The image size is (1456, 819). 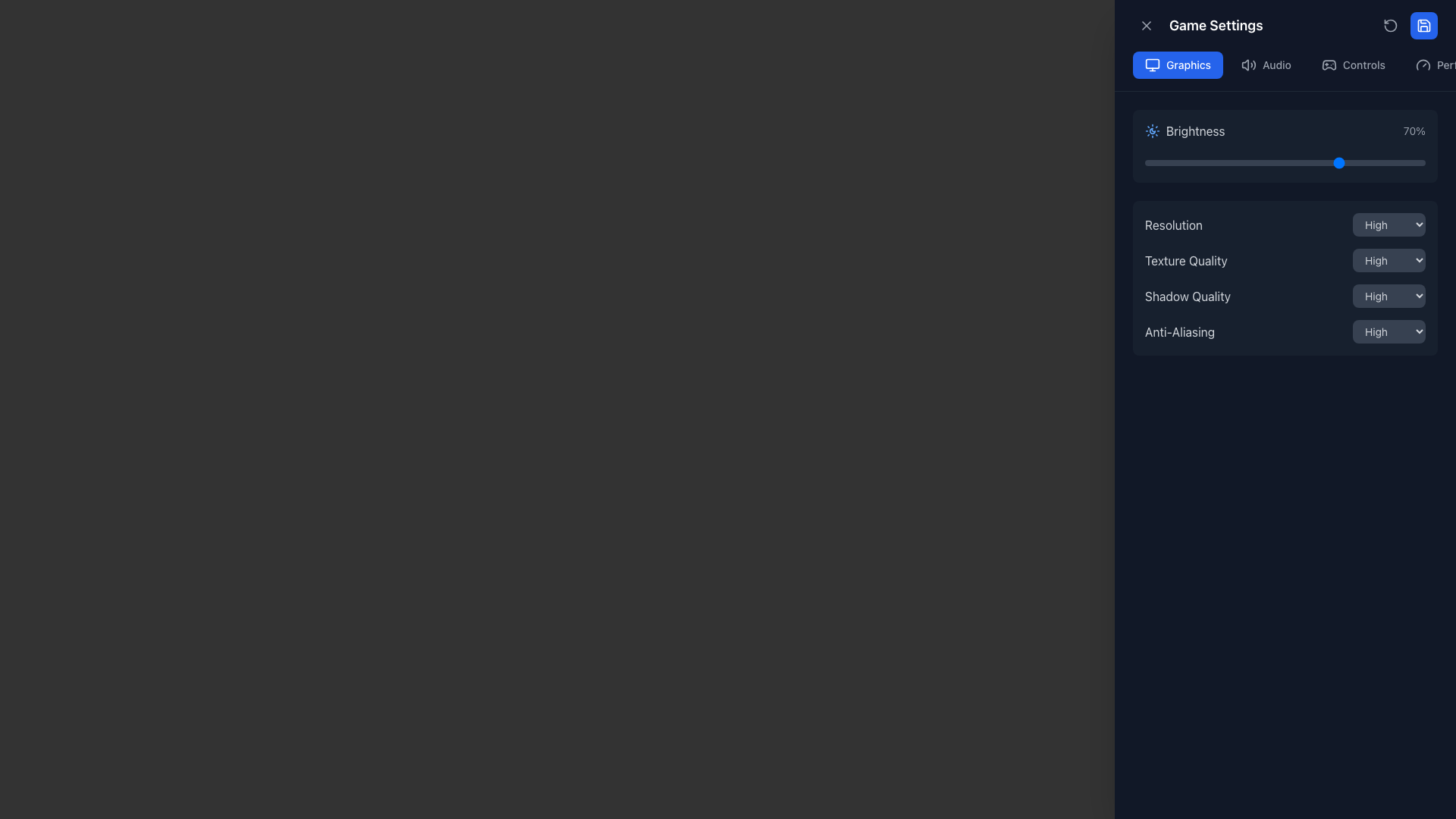 I want to click on the 'Controls' button, which is the third option in the horizontal navigation menu and features a game controller icon and gray text, so click(x=1353, y=64).